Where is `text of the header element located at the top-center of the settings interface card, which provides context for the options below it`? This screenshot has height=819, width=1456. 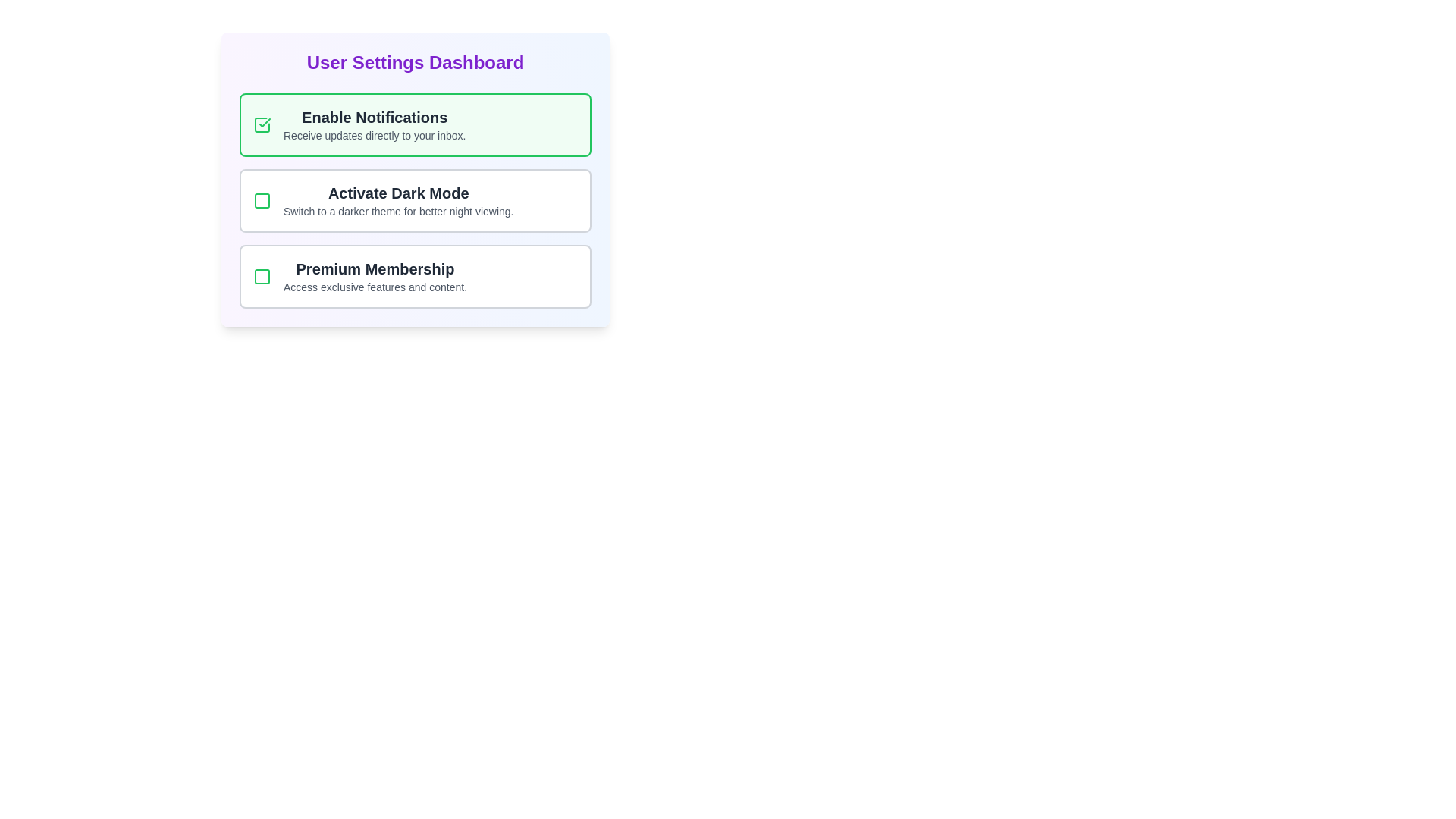
text of the header element located at the top-center of the settings interface card, which provides context for the options below it is located at coordinates (415, 62).